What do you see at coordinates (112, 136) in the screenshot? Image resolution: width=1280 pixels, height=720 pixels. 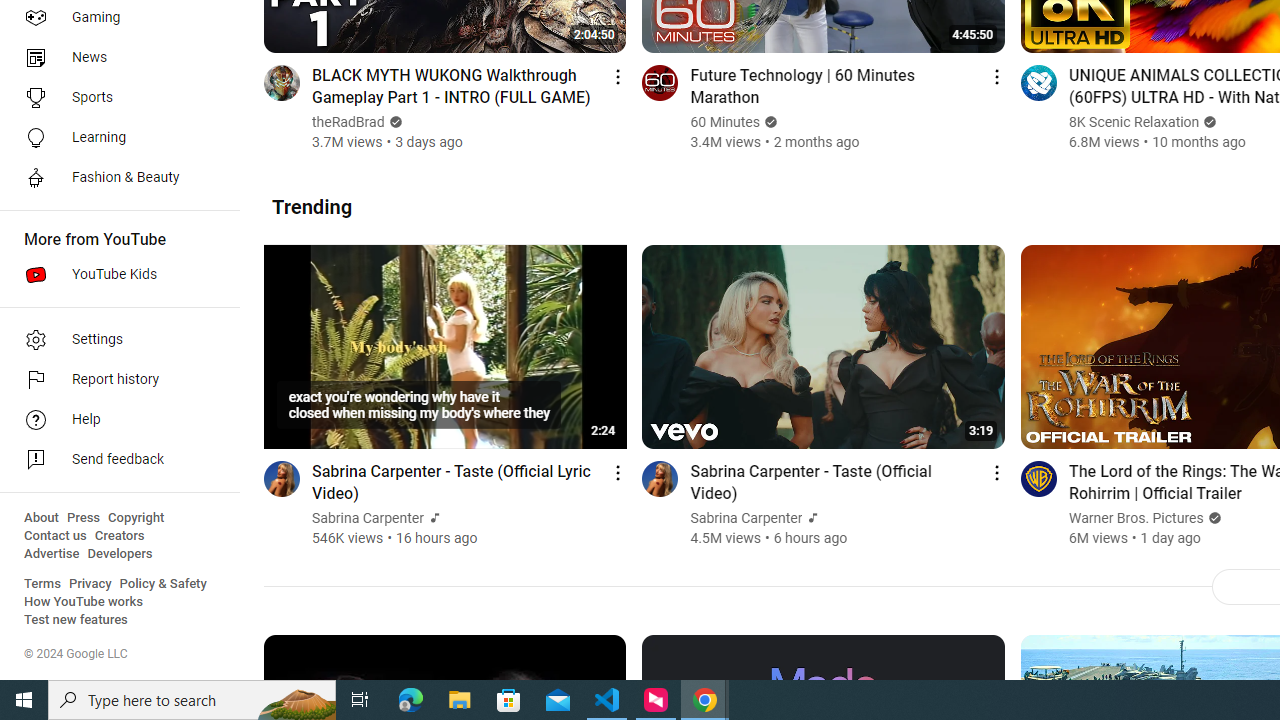 I see `'Learning'` at bounding box center [112, 136].